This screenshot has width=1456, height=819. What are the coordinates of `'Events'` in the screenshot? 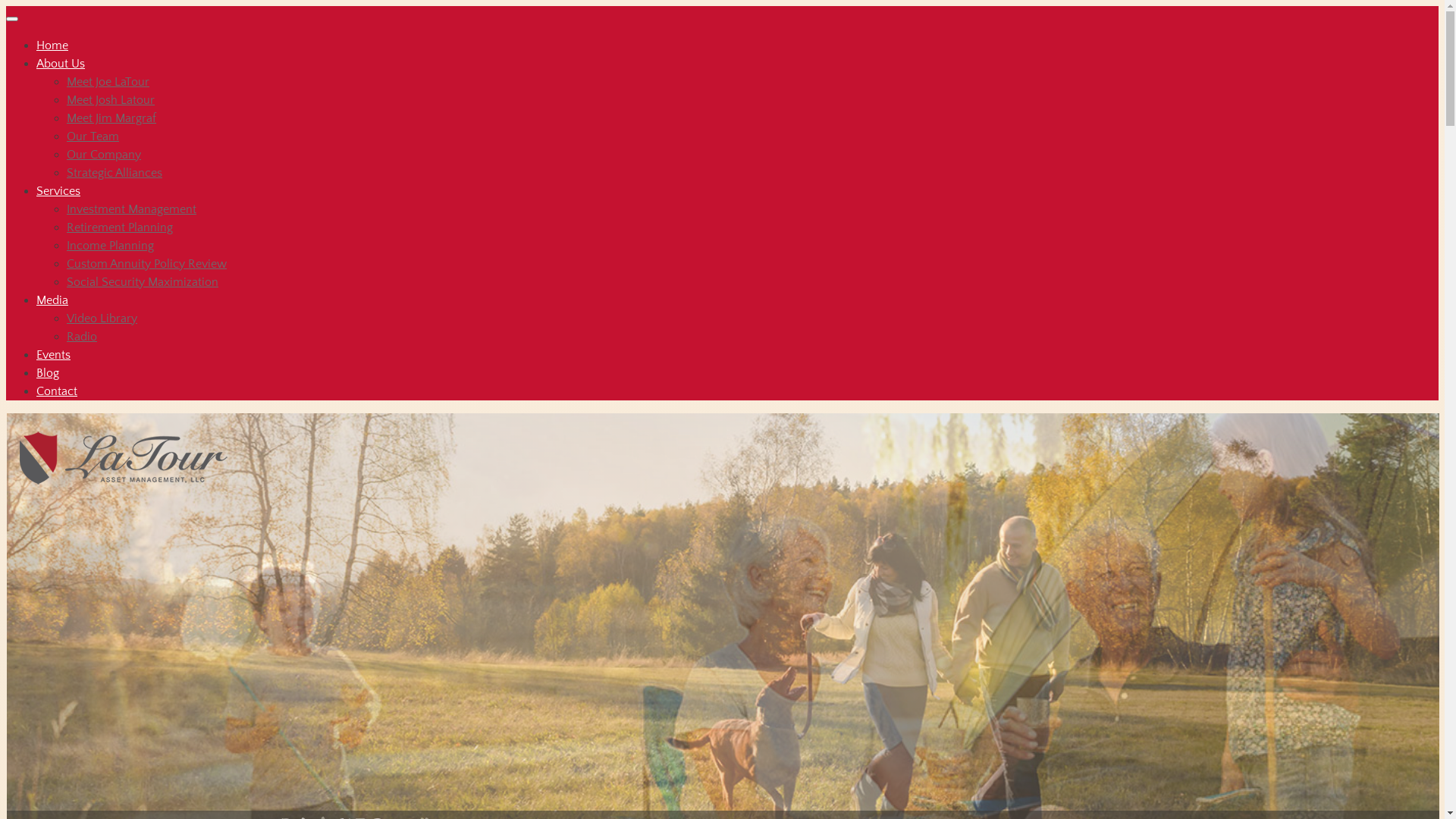 It's located at (53, 354).